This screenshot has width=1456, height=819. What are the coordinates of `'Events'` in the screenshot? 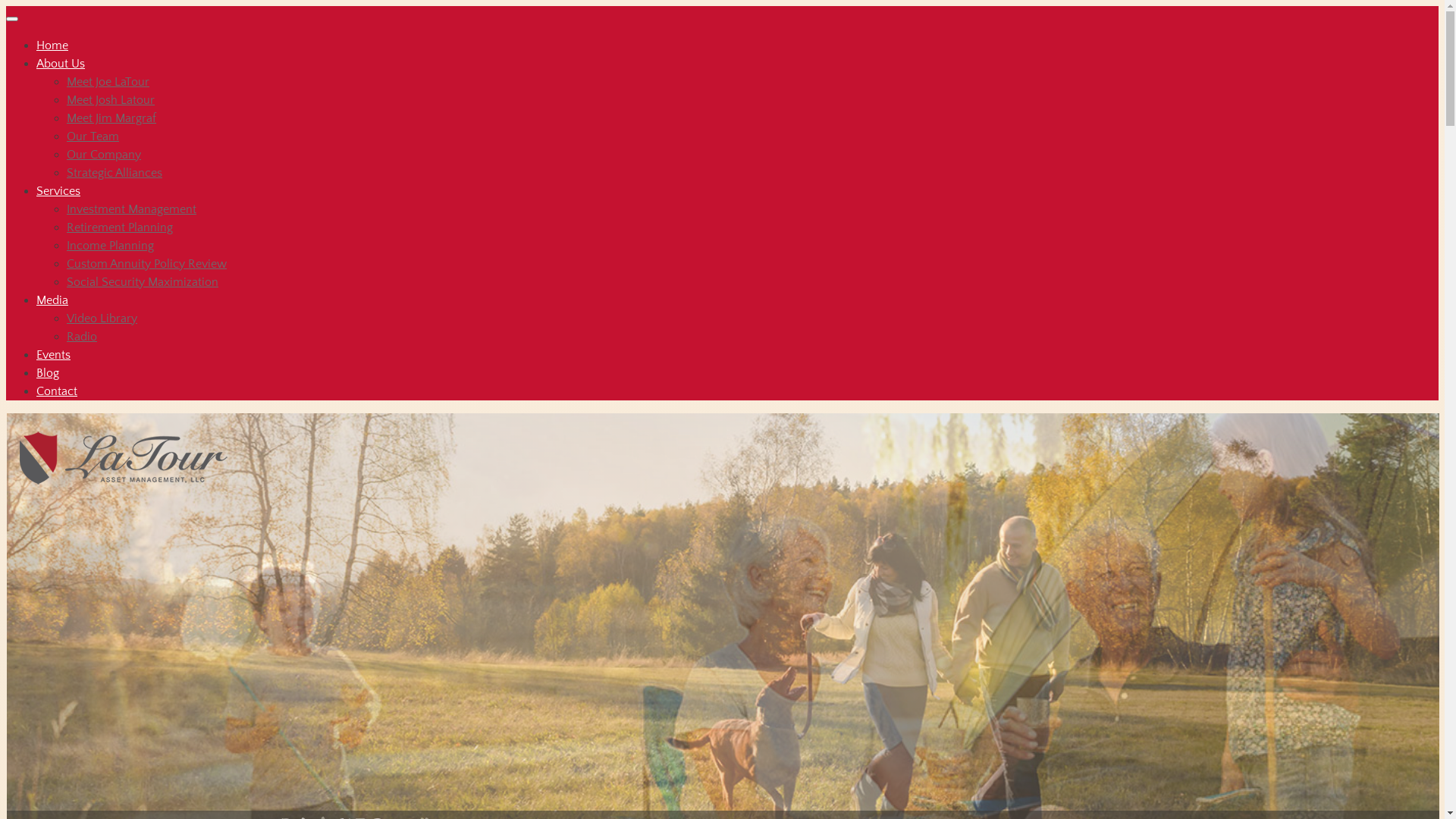 It's located at (53, 354).